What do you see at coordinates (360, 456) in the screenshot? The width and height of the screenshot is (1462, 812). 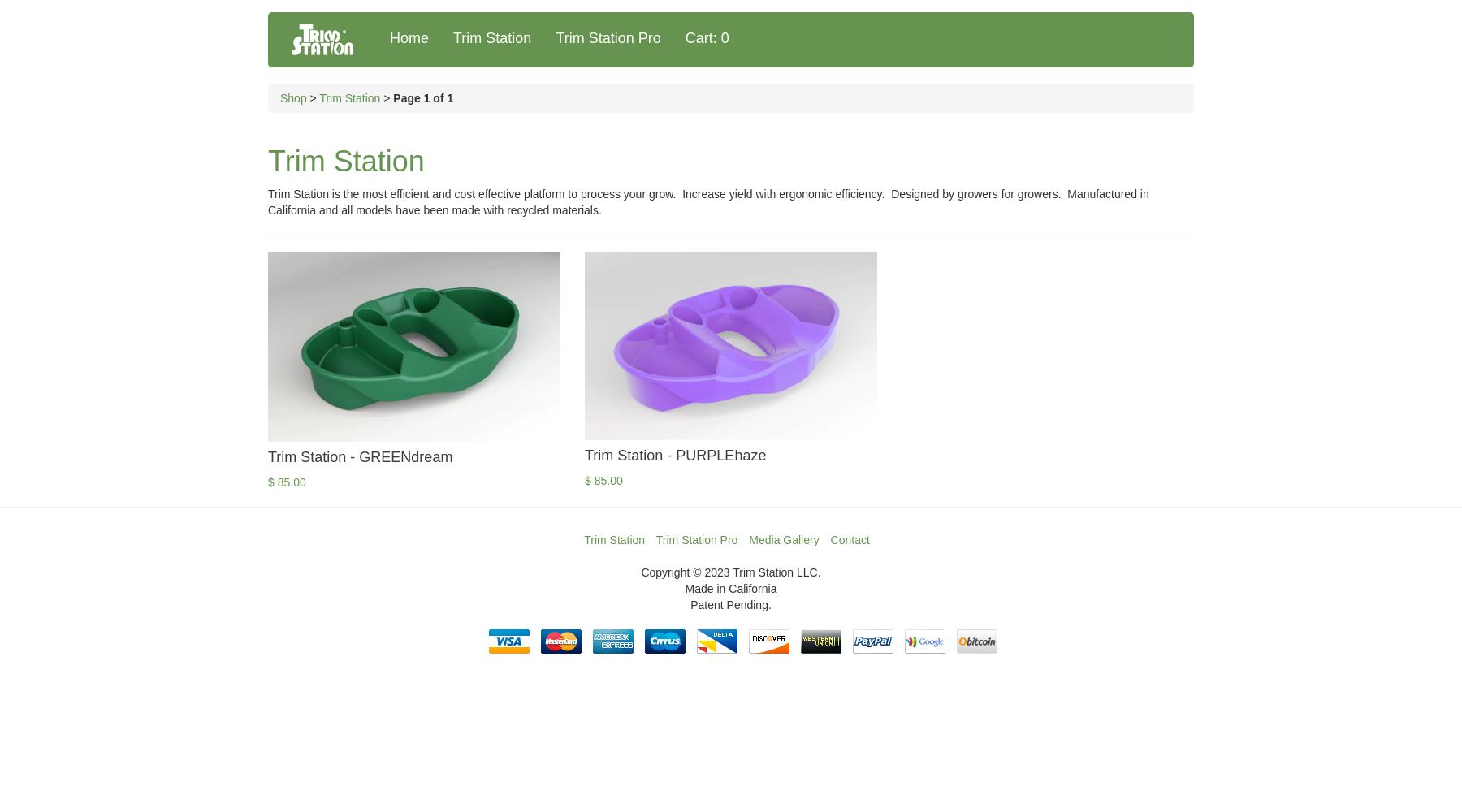 I see `'Trim Station - GREENdream'` at bounding box center [360, 456].